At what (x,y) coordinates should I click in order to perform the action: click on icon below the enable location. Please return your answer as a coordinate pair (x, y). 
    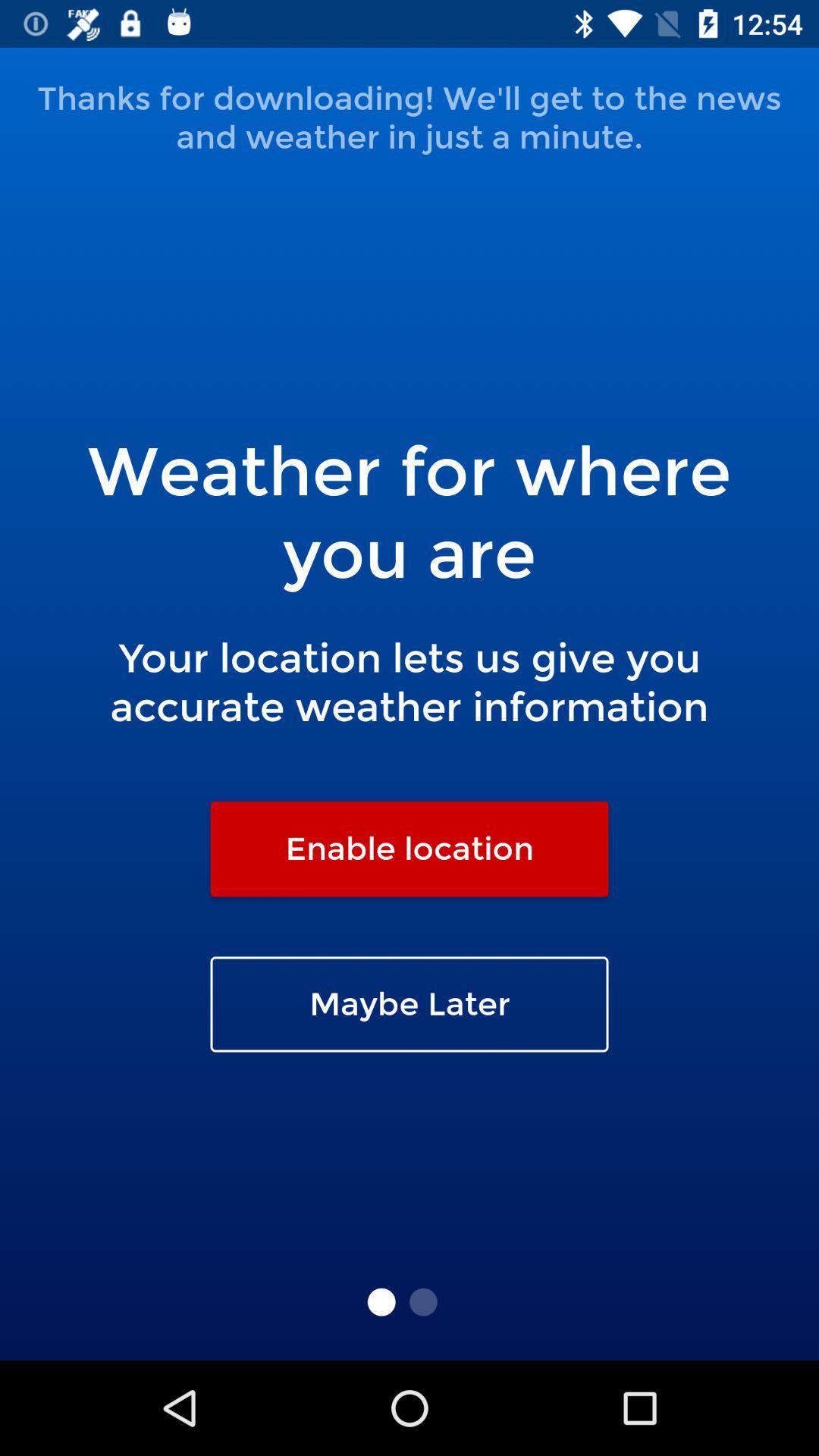
    Looking at the image, I should click on (409, 1004).